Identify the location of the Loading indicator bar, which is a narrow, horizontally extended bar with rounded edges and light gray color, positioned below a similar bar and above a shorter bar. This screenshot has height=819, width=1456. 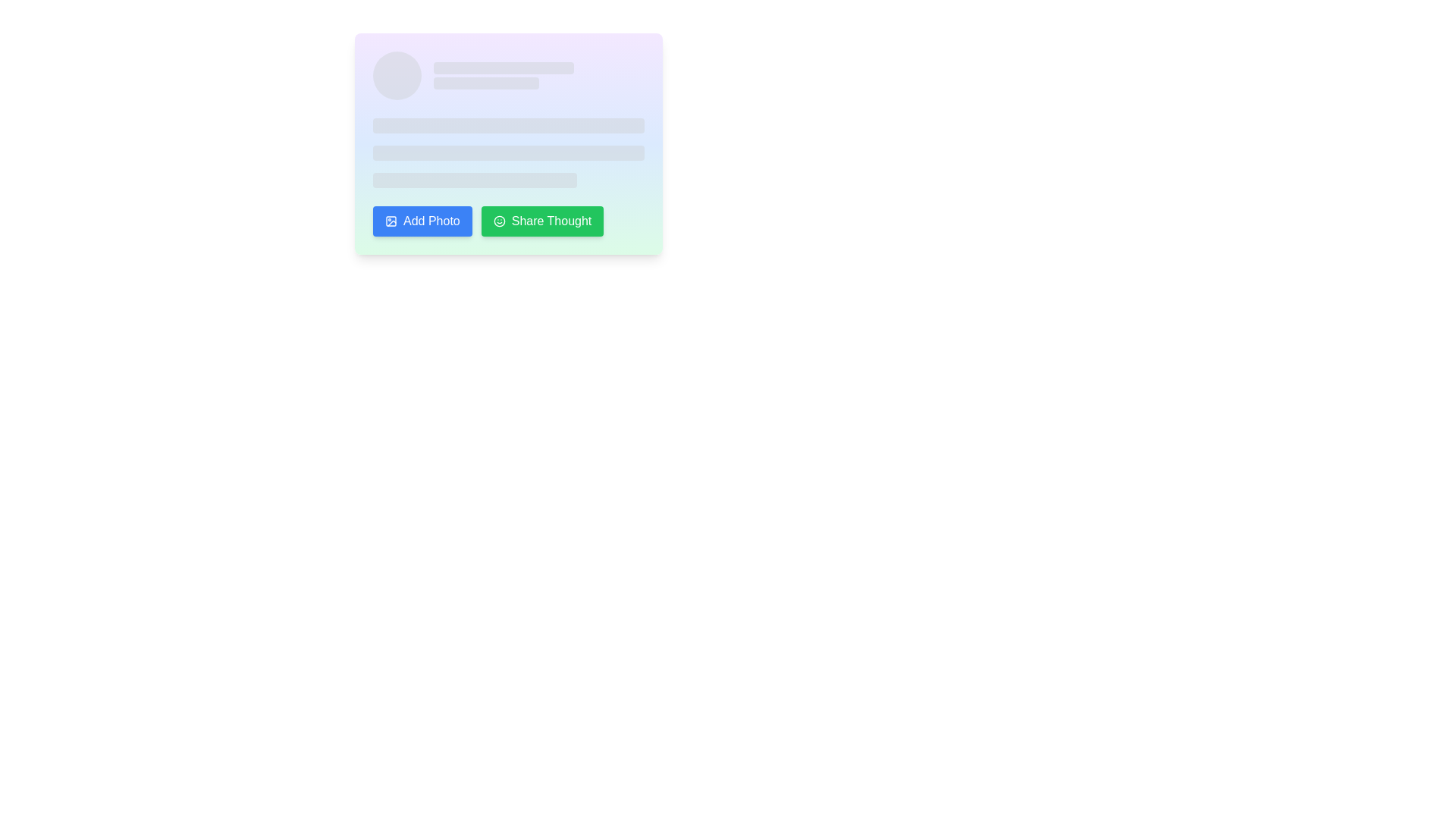
(509, 152).